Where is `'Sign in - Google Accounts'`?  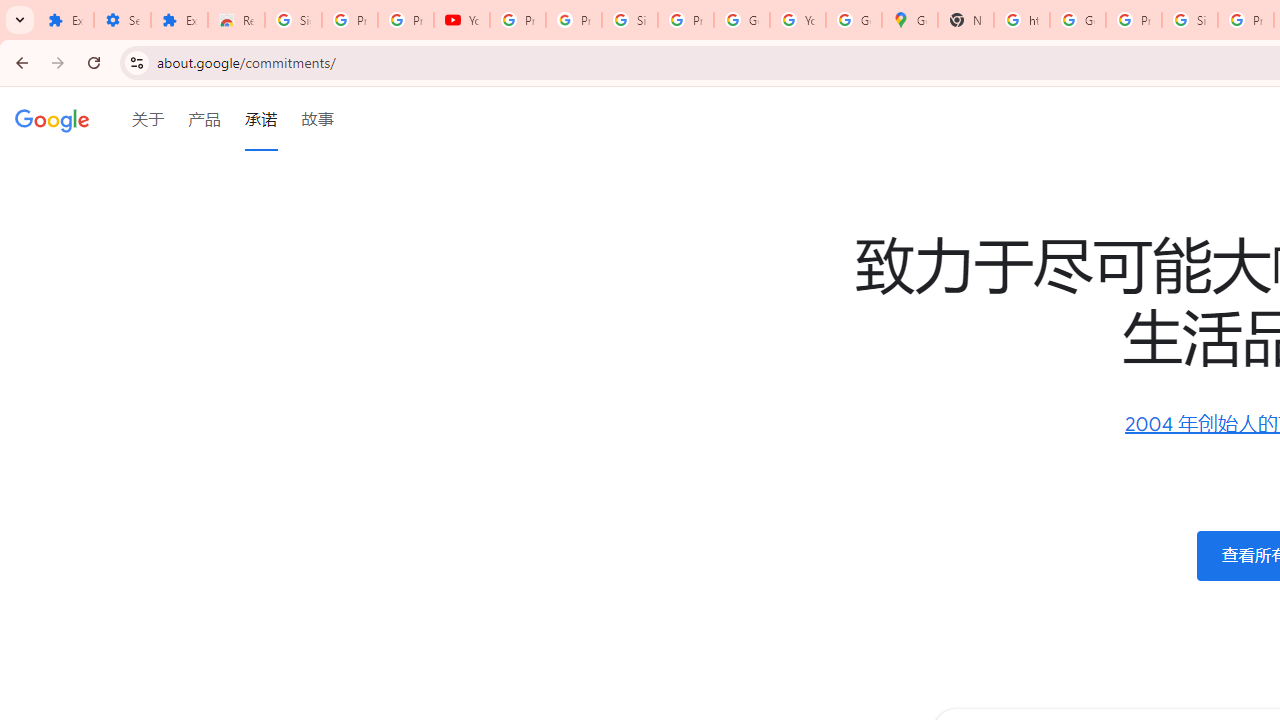
'Sign in - Google Accounts' is located at coordinates (1190, 20).